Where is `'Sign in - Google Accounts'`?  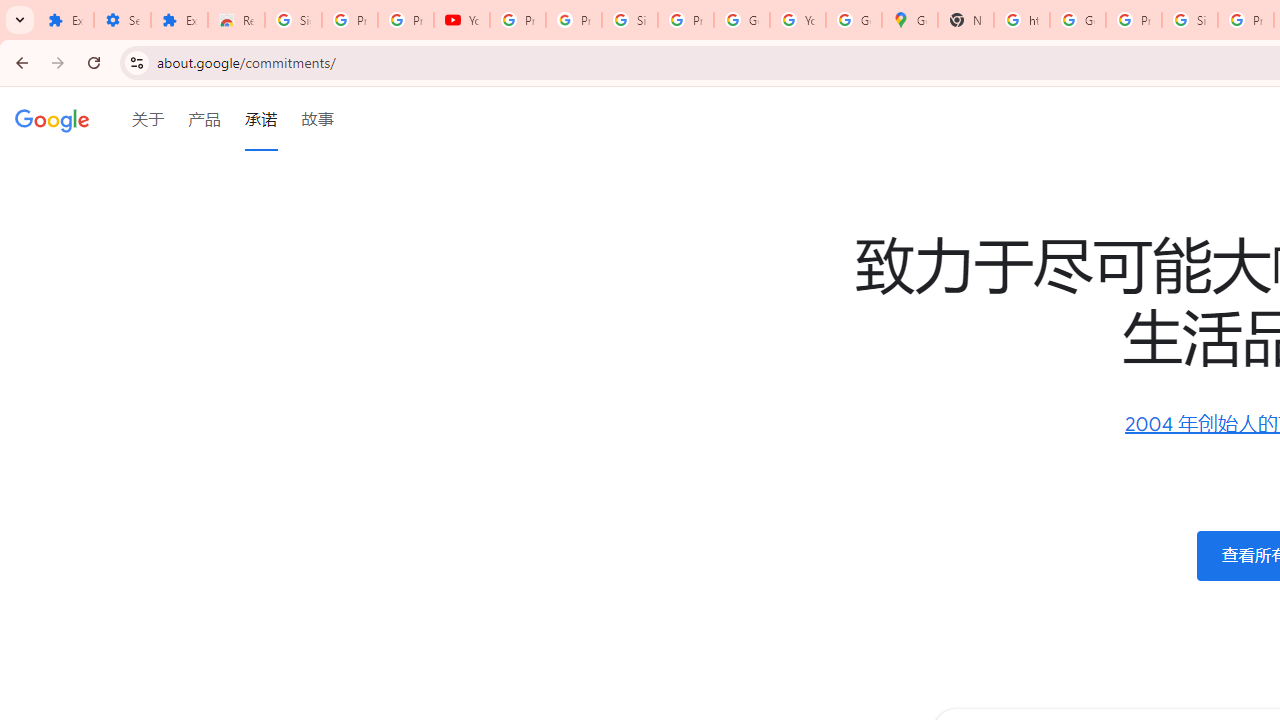
'Sign in - Google Accounts' is located at coordinates (1190, 20).